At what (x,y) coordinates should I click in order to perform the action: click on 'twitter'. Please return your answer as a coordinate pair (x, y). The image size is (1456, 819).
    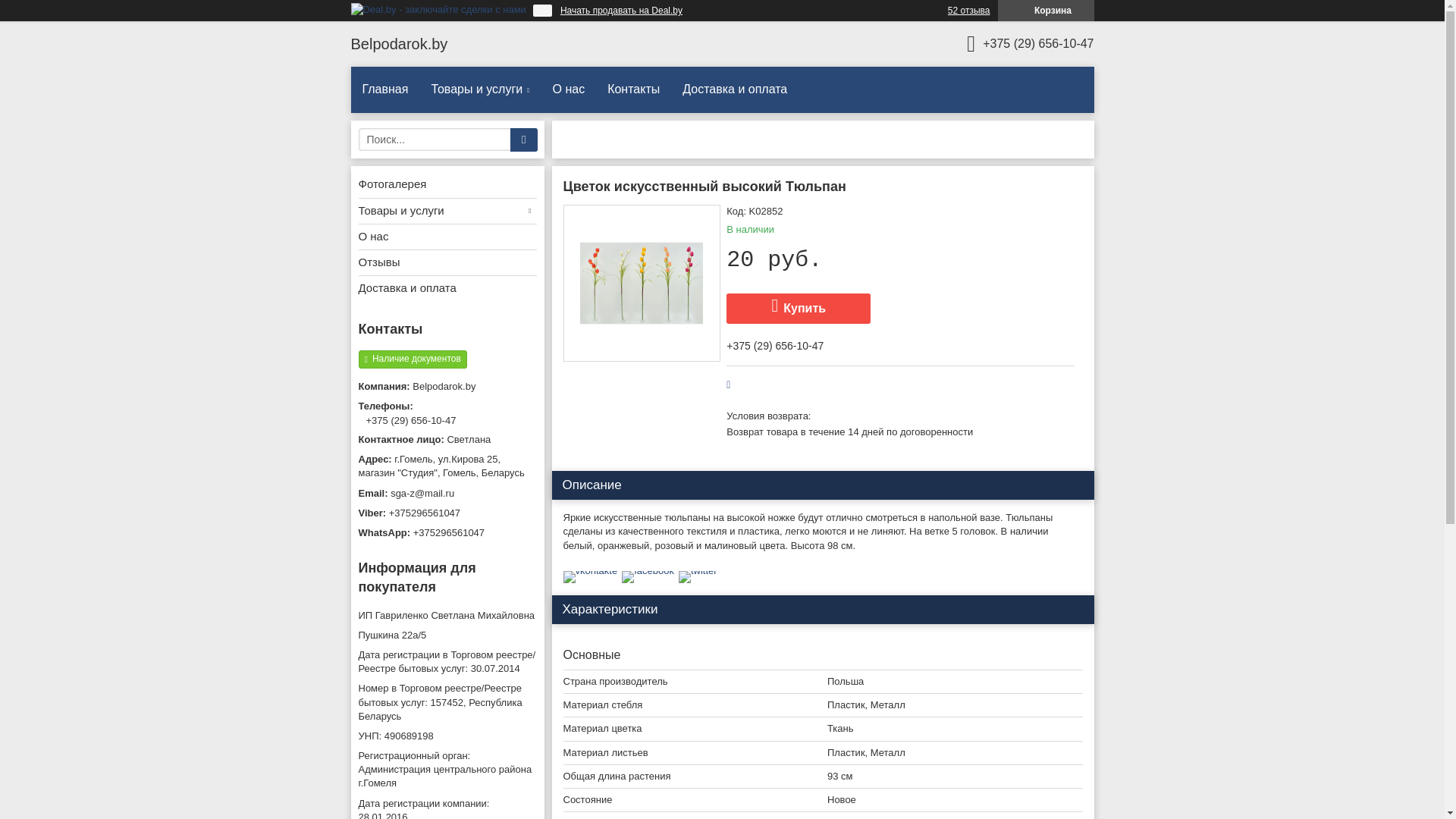
    Looking at the image, I should click on (697, 570).